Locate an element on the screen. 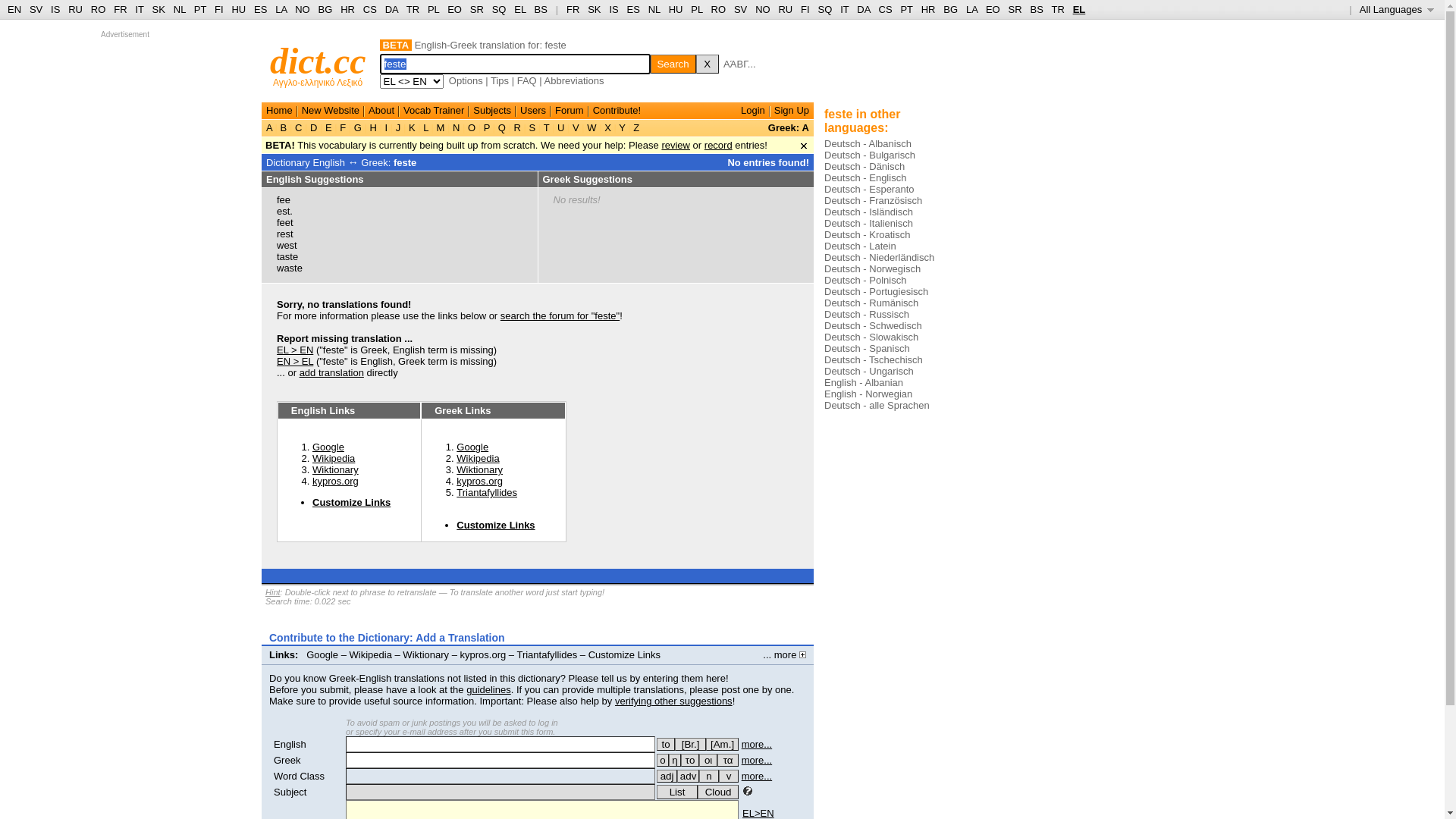  'T' is located at coordinates (546, 127).